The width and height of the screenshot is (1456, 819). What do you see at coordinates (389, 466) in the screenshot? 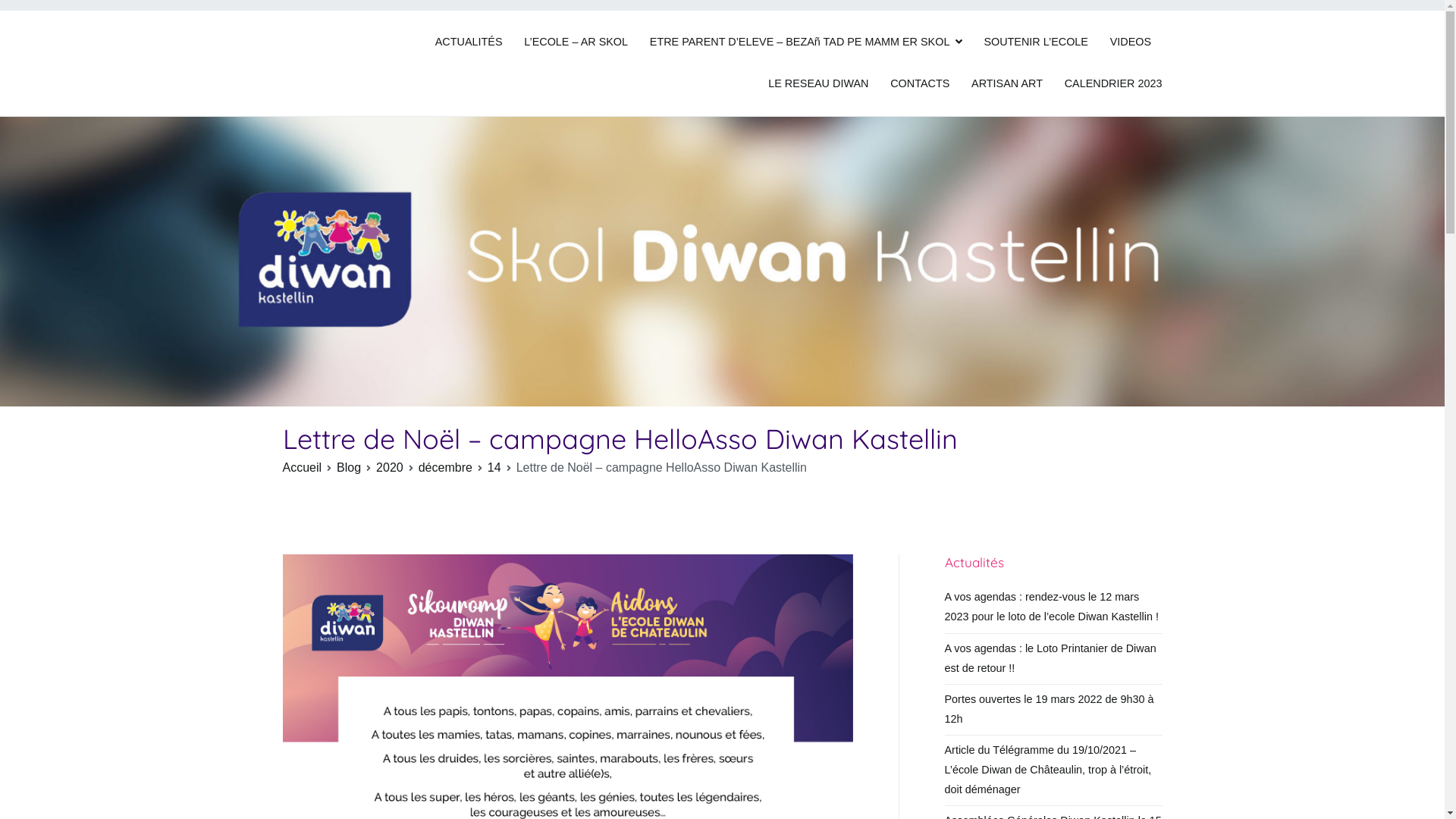
I see `'2020'` at bounding box center [389, 466].